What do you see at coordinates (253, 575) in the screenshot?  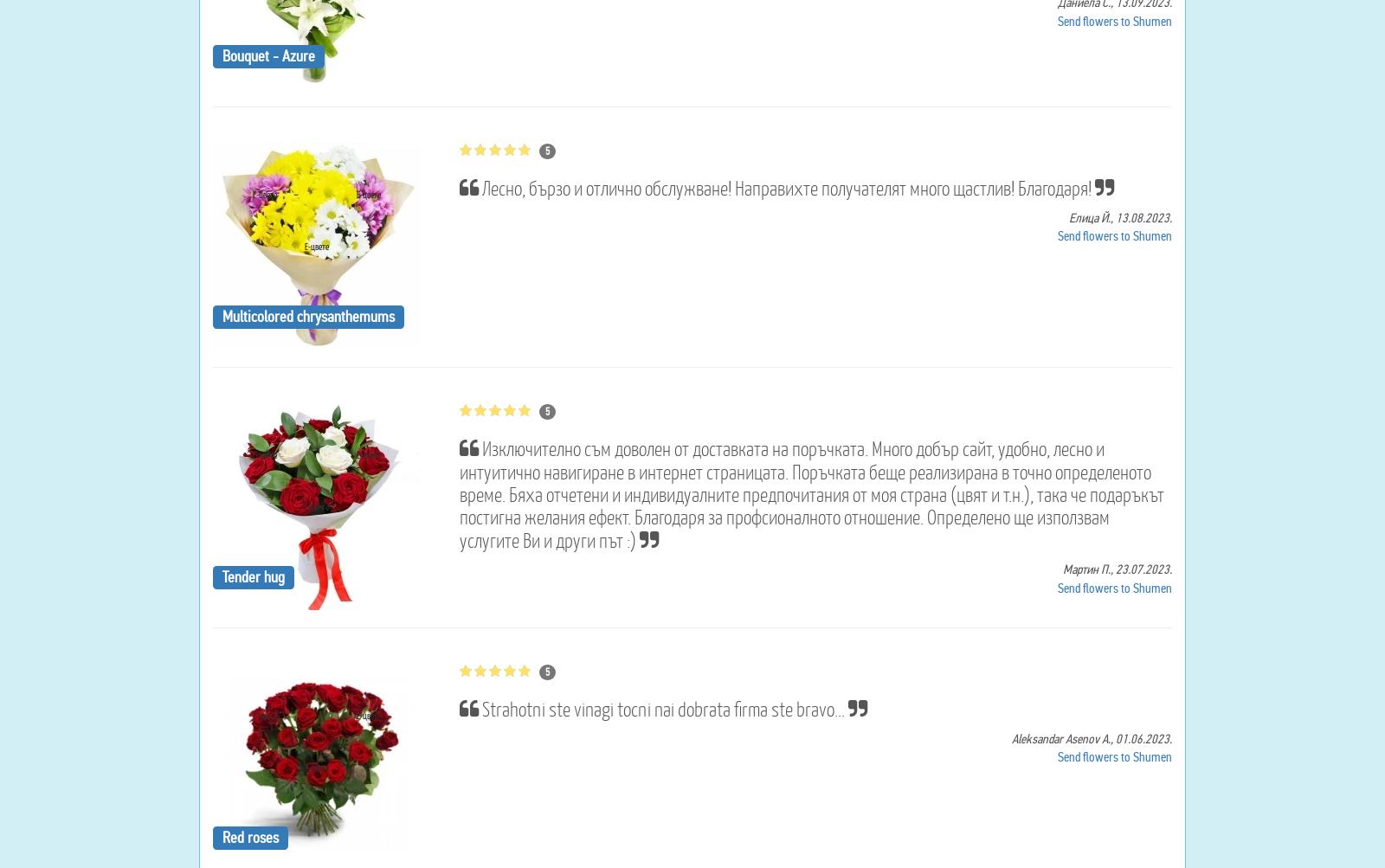 I see `'Tender hug'` at bounding box center [253, 575].